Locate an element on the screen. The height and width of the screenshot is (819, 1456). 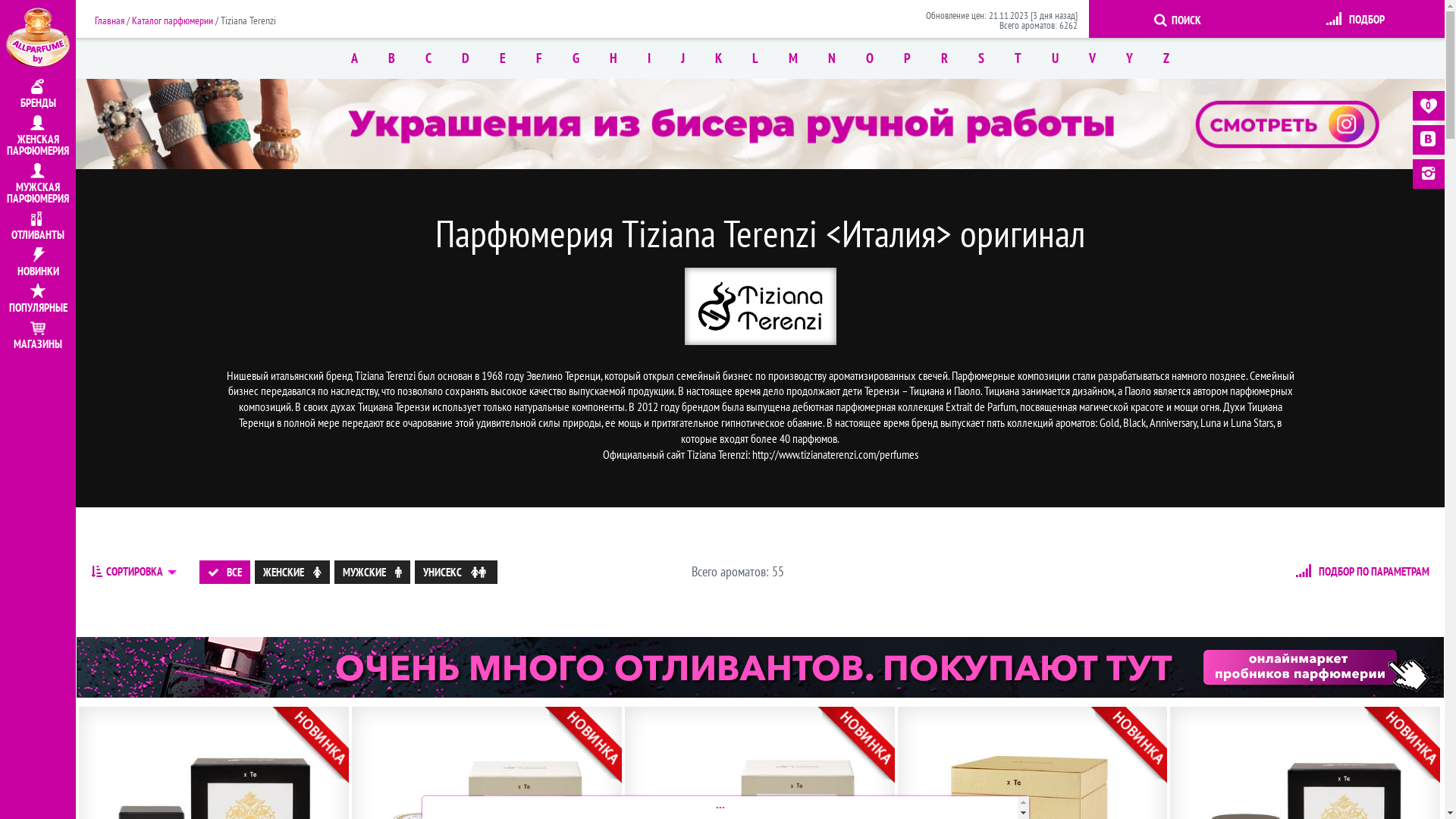
'L' is located at coordinates (755, 58).